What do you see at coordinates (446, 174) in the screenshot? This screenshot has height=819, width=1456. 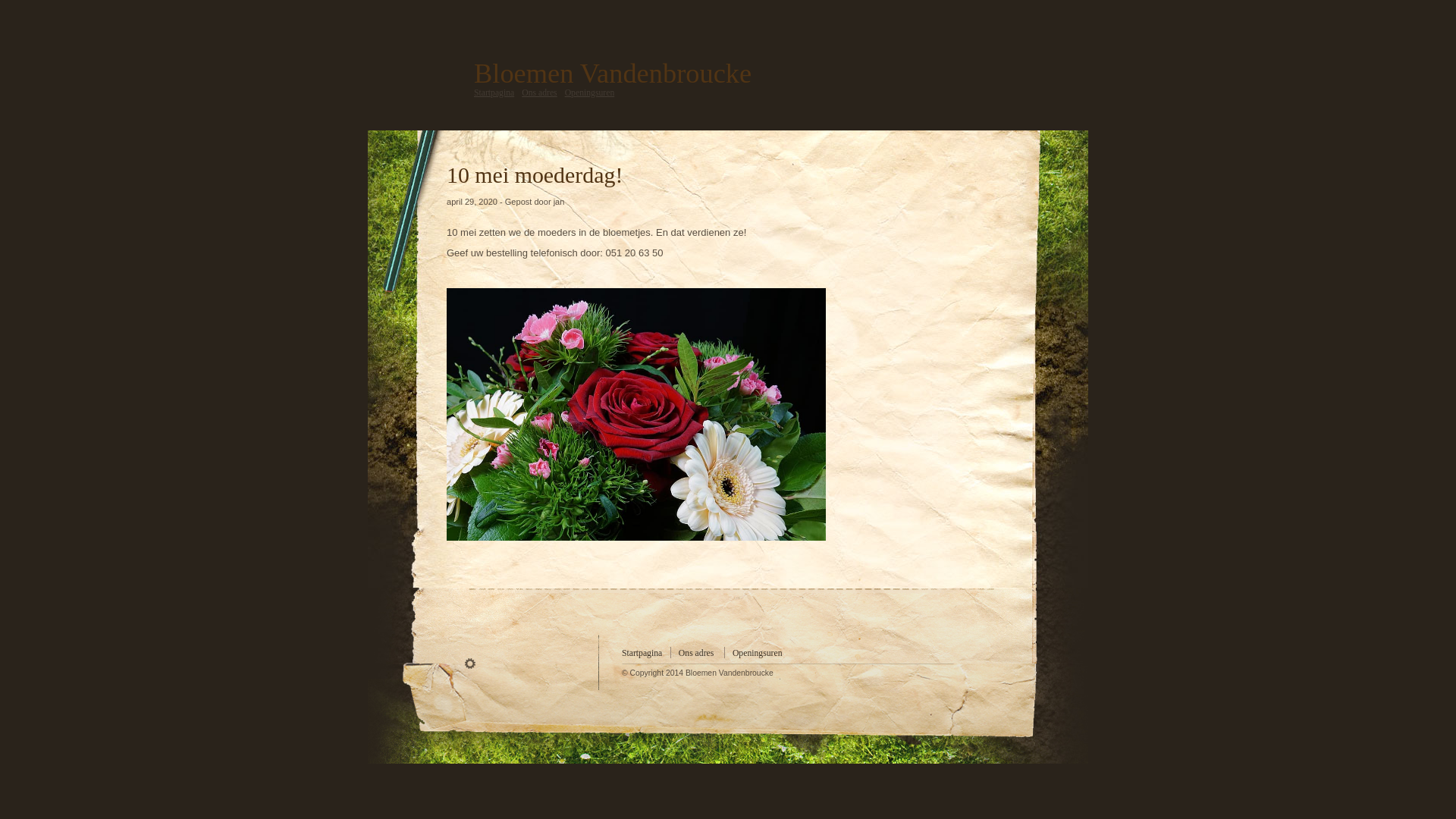 I see `'10 mei moederdag!'` at bounding box center [446, 174].